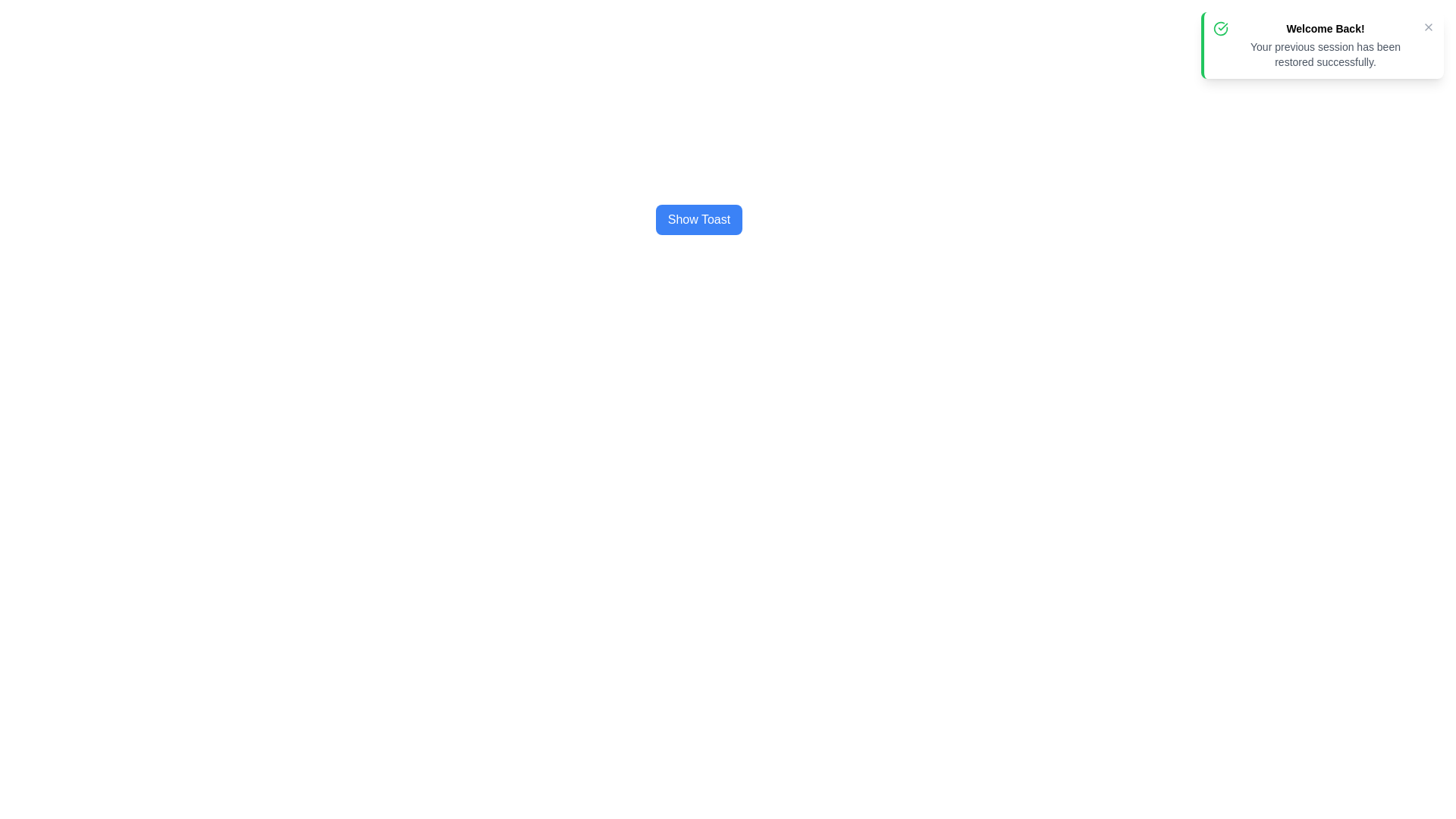 Image resolution: width=1456 pixels, height=819 pixels. I want to click on text content of the notification message indicating that the previous session has been successfully restored, located in the top-right corner of the interface, so click(1324, 45).